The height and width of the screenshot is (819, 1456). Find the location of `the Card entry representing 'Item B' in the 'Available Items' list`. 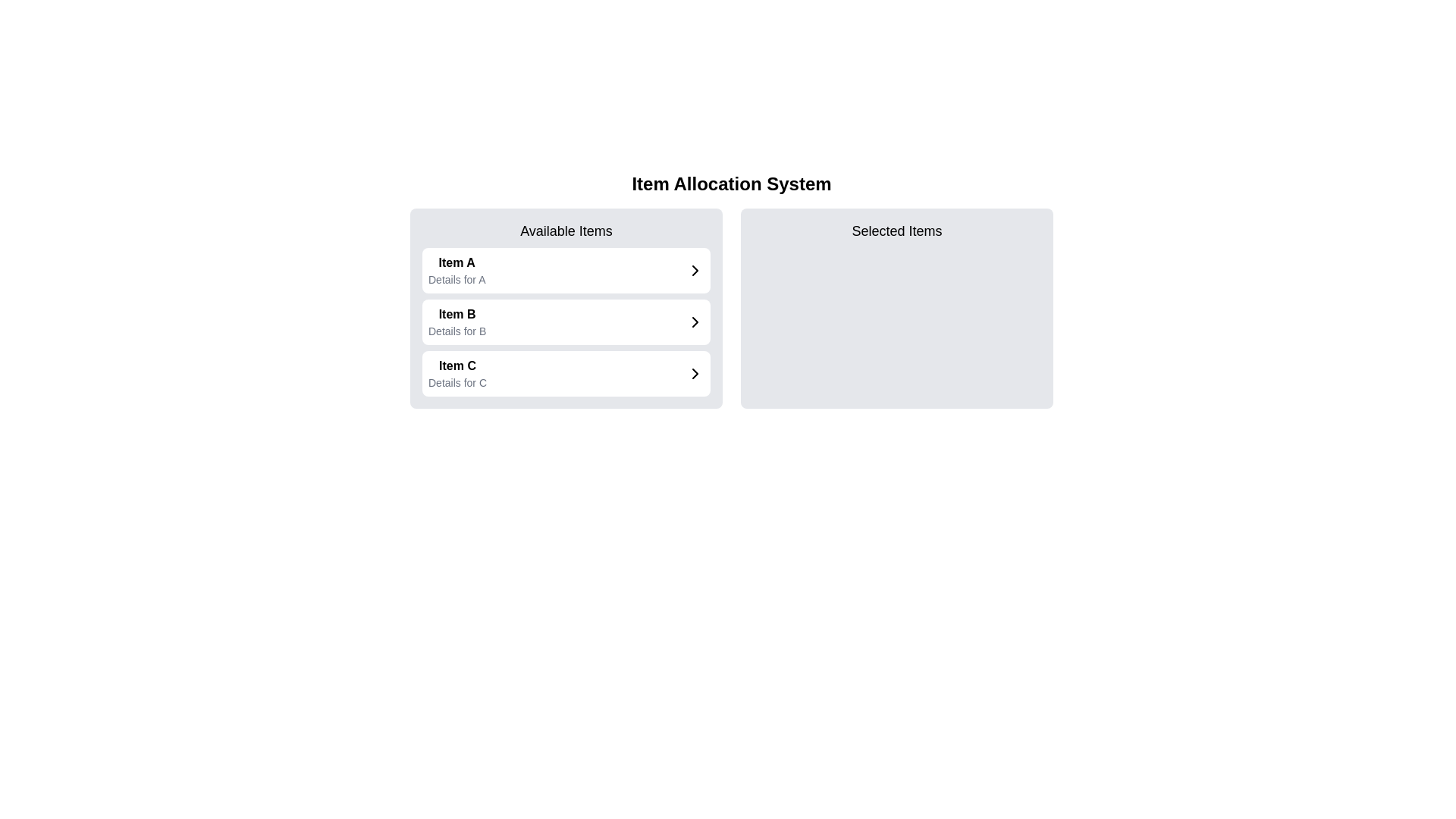

the Card entry representing 'Item B' in the 'Available Items' list is located at coordinates (566, 321).